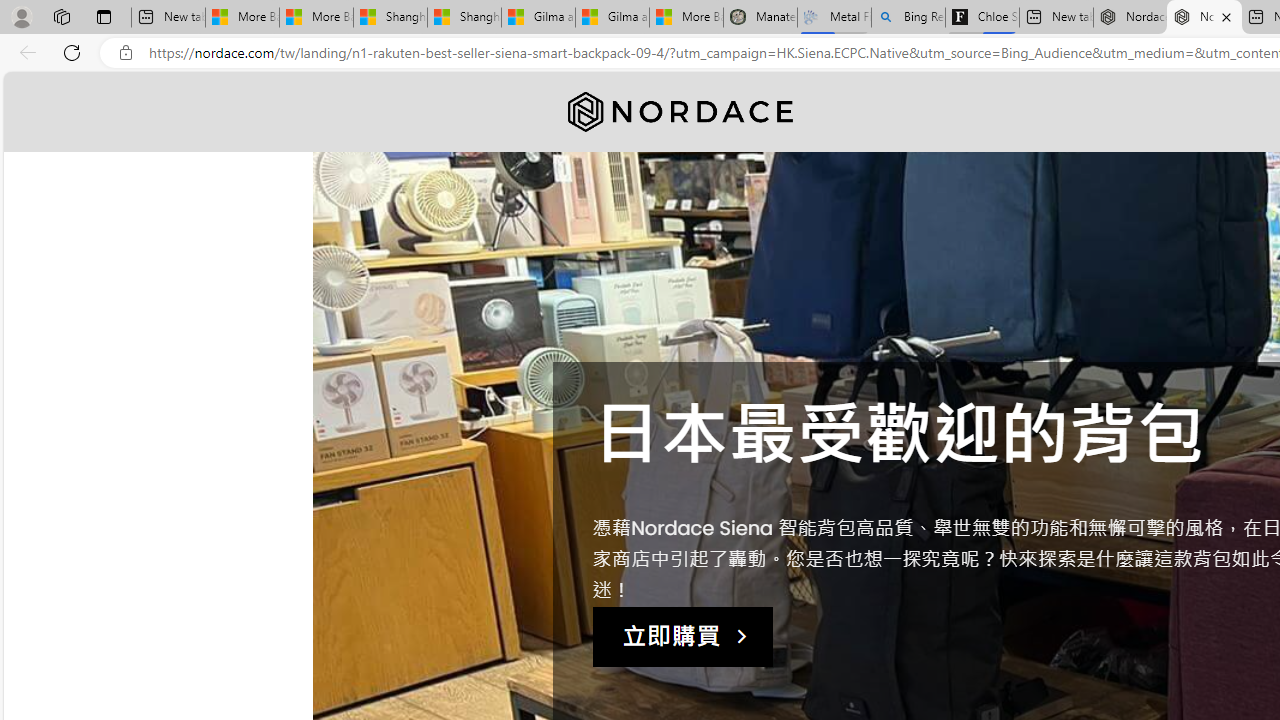 The width and height of the screenshot is (1280, 720). I want to click on 'Back', so click(24, 51).